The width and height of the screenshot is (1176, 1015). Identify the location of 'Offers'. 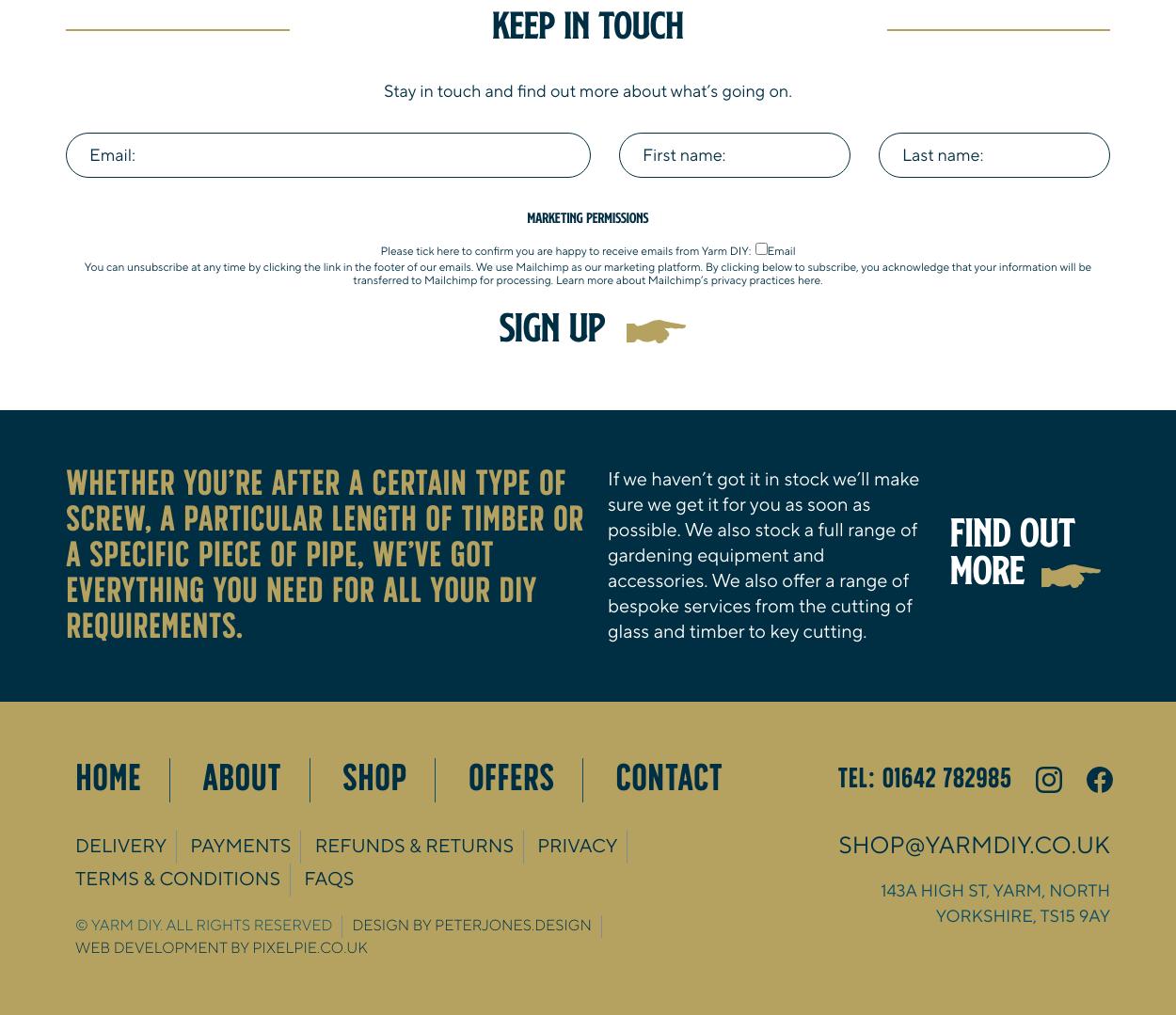
(511, 778).